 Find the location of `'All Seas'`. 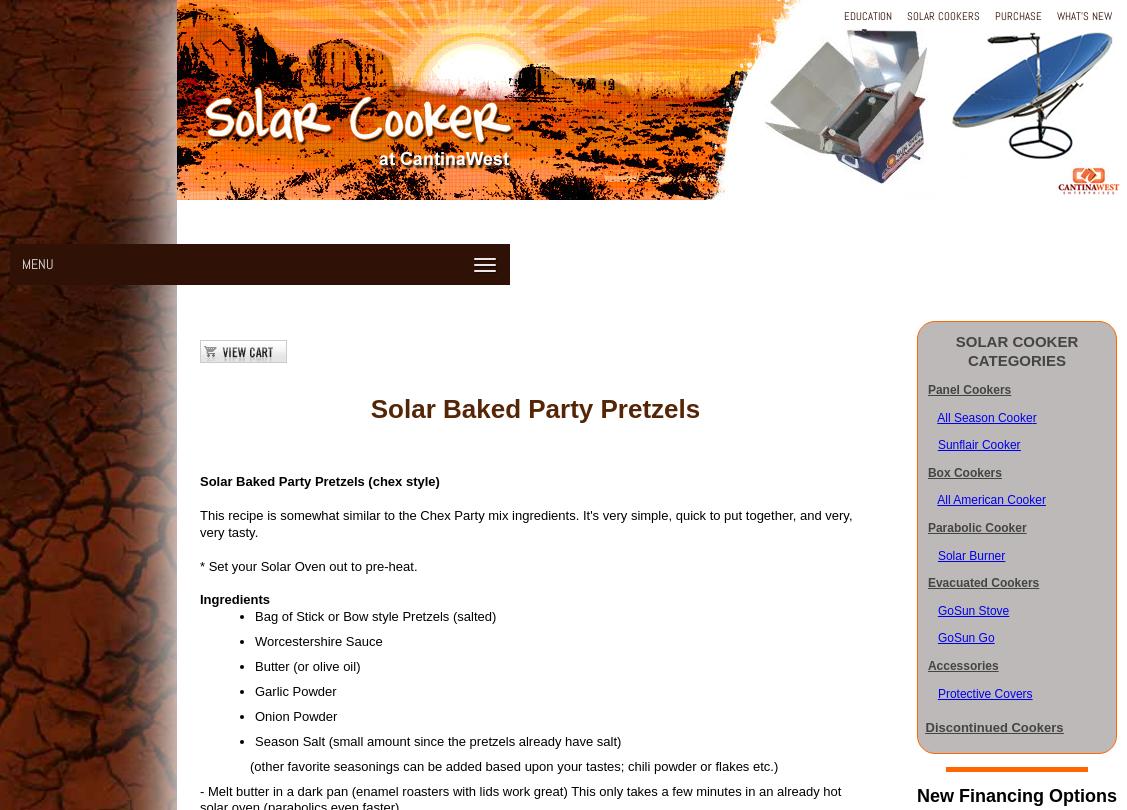

'All Seas' is located at coordinates (958, 416).